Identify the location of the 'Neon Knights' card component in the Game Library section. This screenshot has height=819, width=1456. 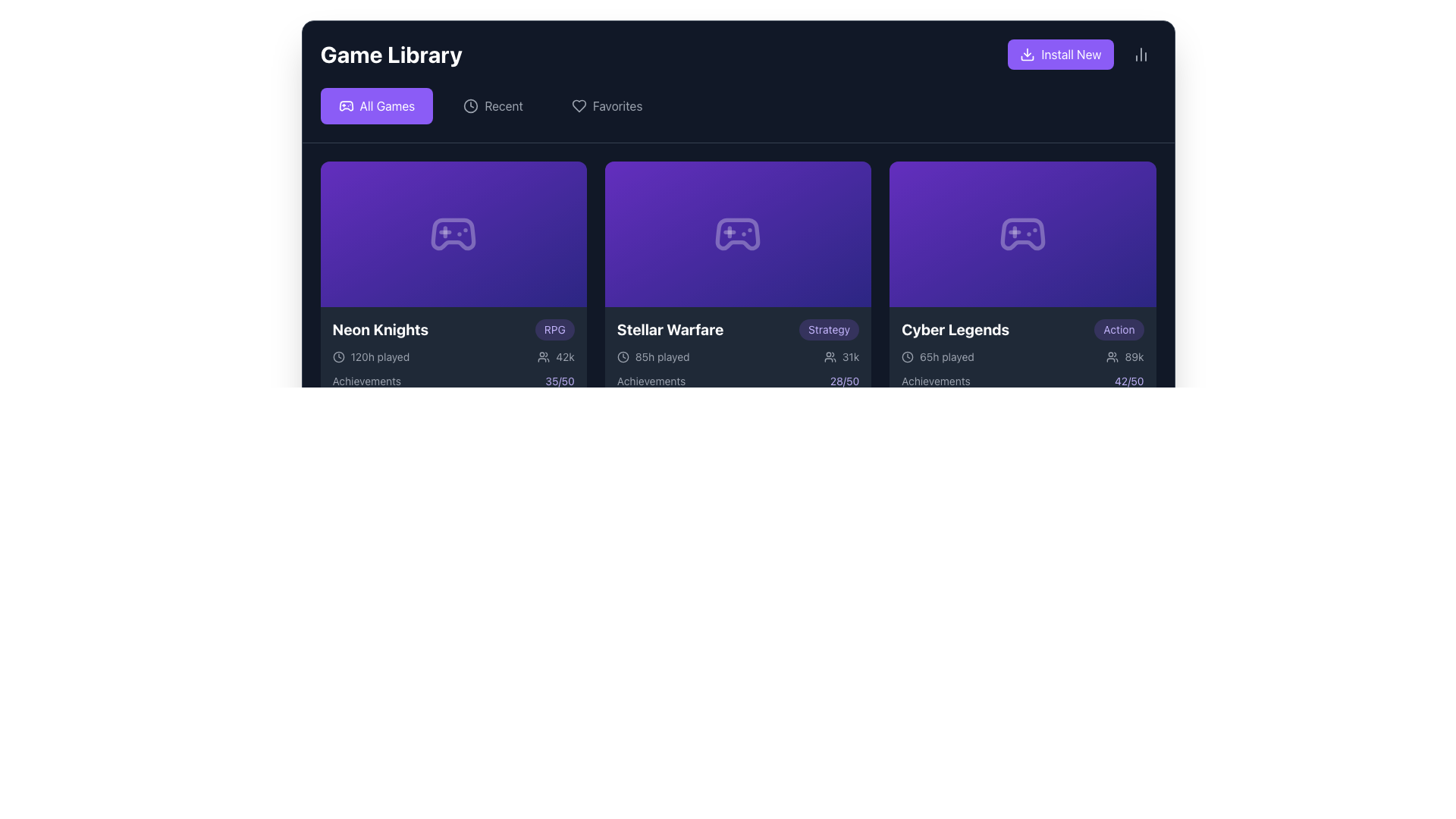
(453, 359).